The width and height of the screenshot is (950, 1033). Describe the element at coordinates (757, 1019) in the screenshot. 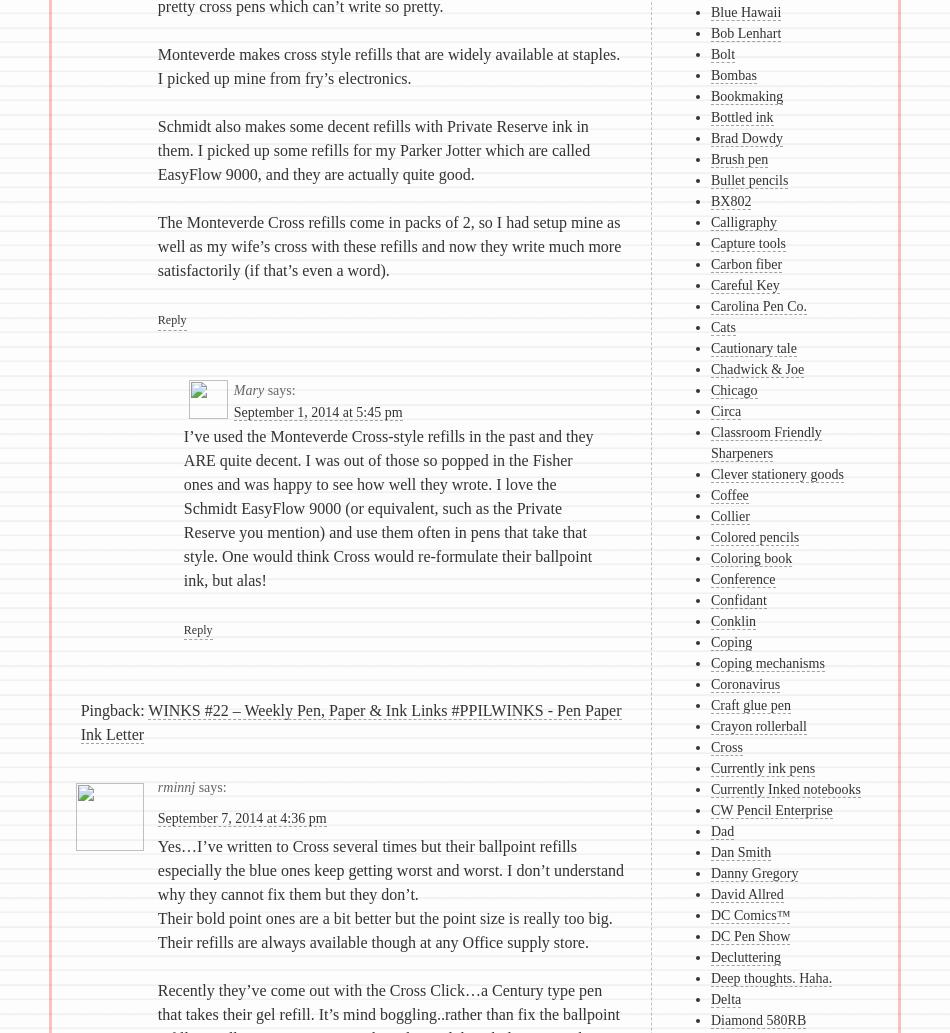

I see `'Diamond 580RB'` at that location.